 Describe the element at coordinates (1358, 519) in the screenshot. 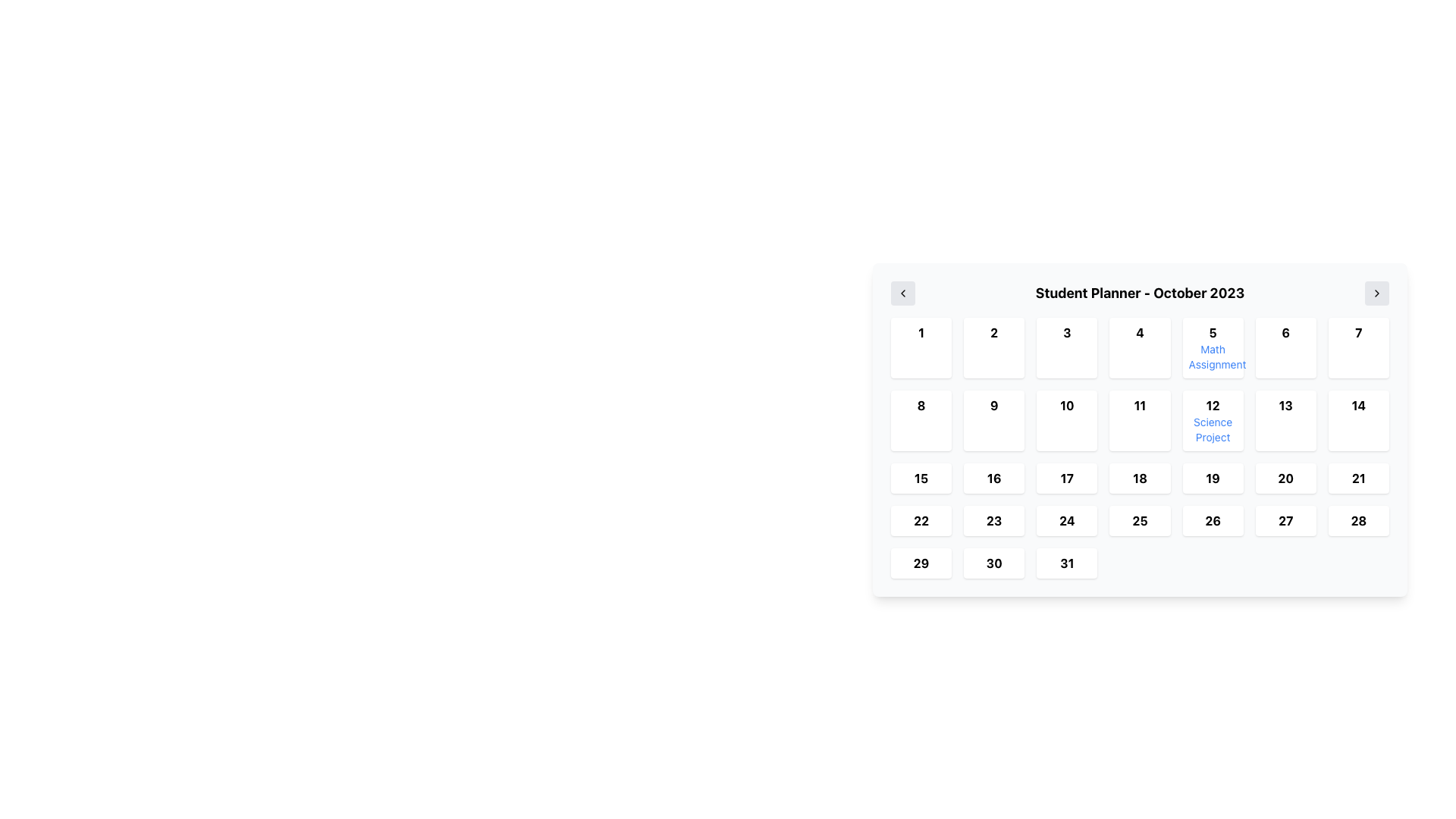

I see `the Date cell displaying '28' in the bottom right corner of the calendar grid` at that location.